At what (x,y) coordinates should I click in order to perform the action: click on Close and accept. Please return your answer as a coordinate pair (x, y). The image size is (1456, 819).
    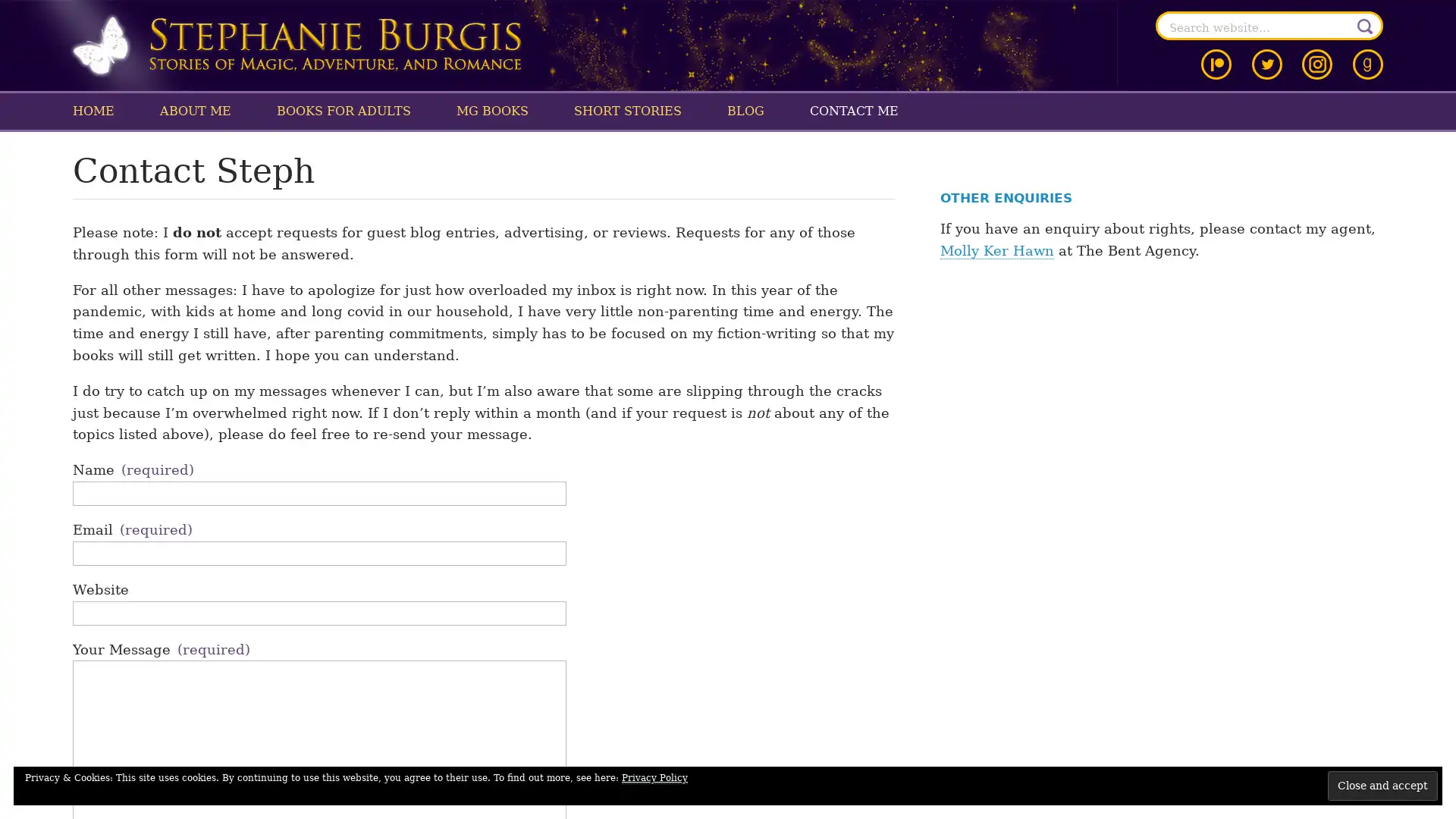
    Looking at the image, I should click on (1382, 785).